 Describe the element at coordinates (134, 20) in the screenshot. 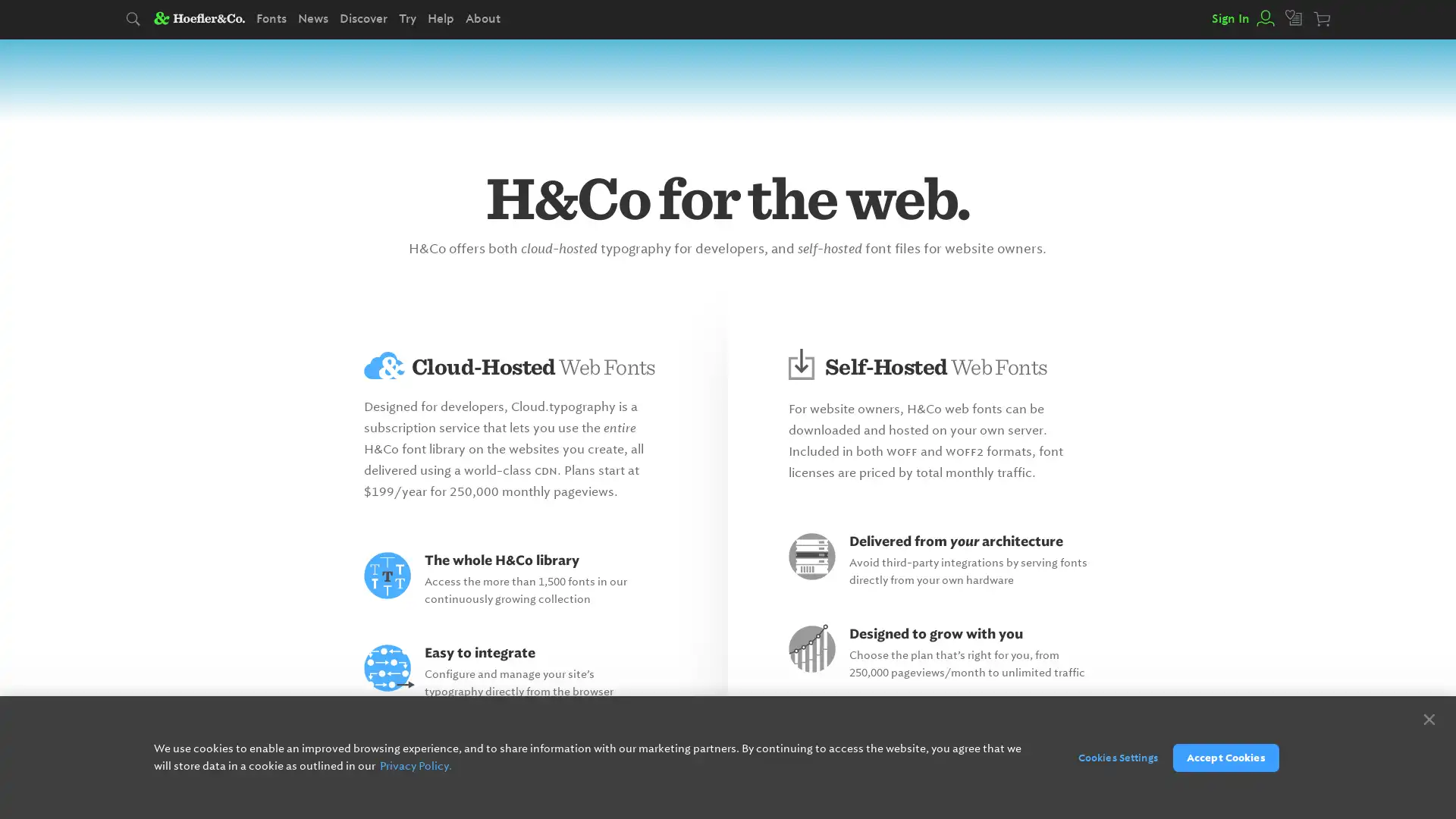

I see `Search typography.com` at that location.